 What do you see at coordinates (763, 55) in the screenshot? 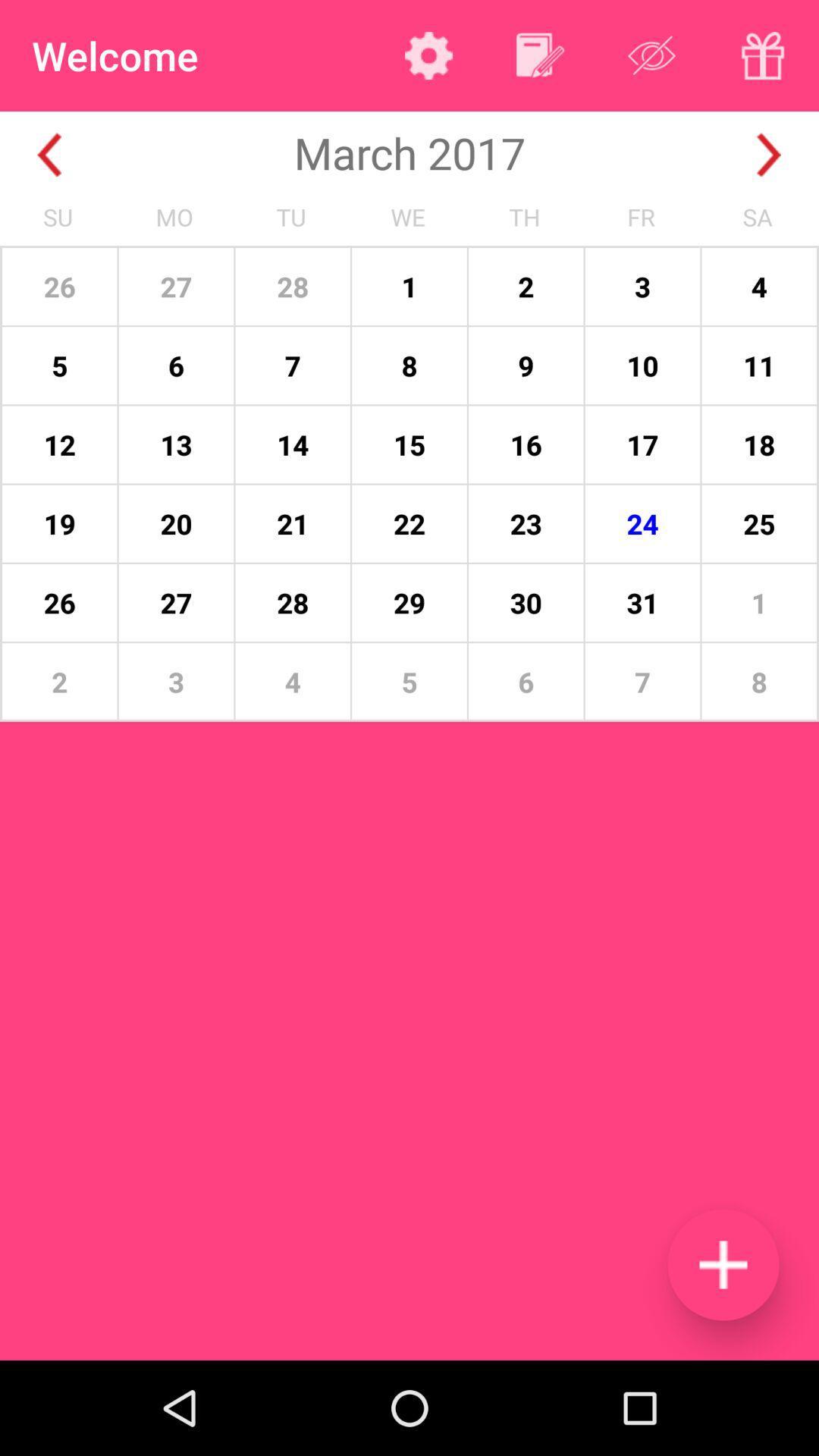
I see `shows a gift option` at bounding box center [763, 55].